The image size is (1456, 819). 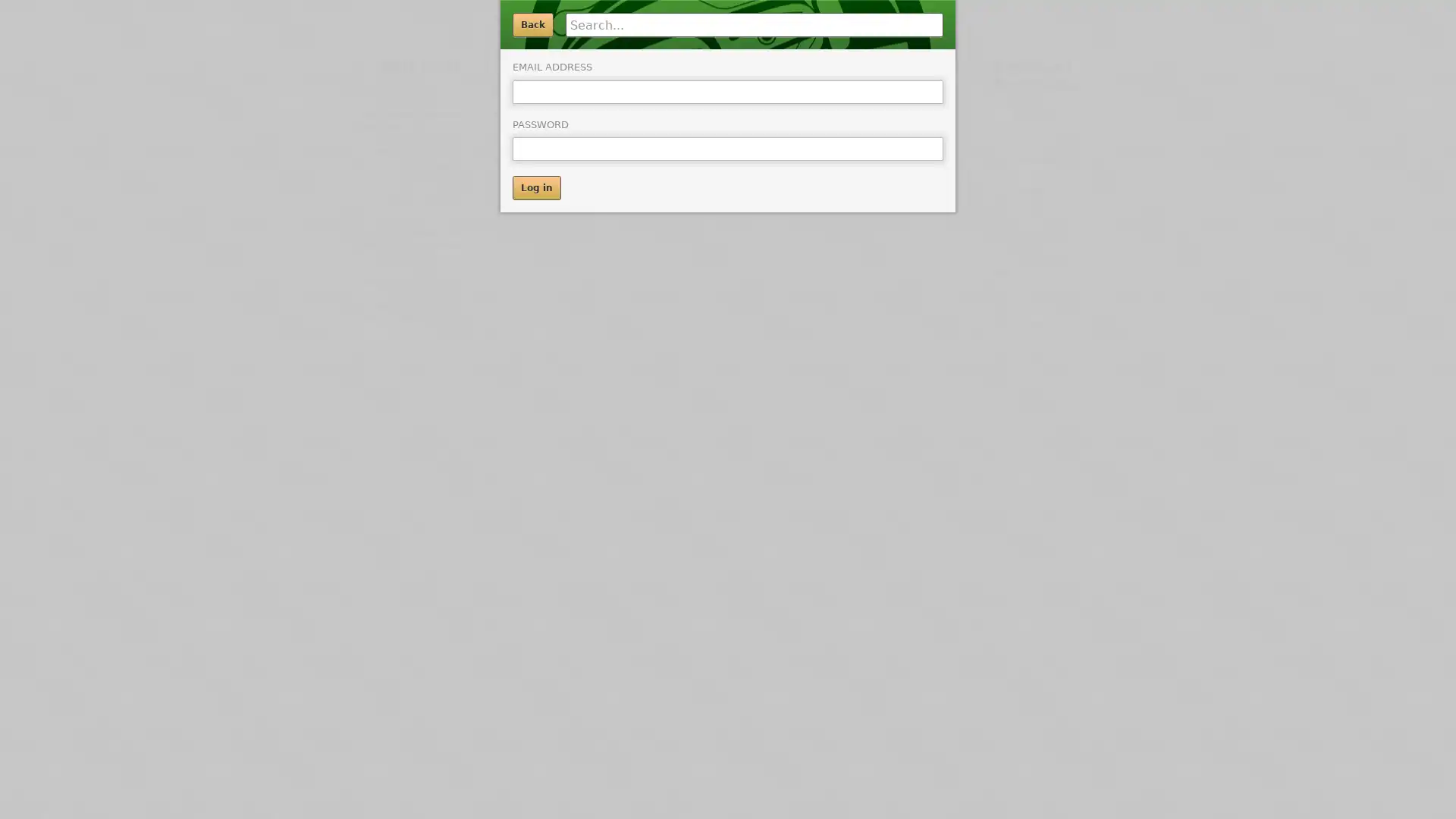 What do you see at coordinates (537, 187) in the screenshot?
I see `Log in` at bounding box center [537, 187].